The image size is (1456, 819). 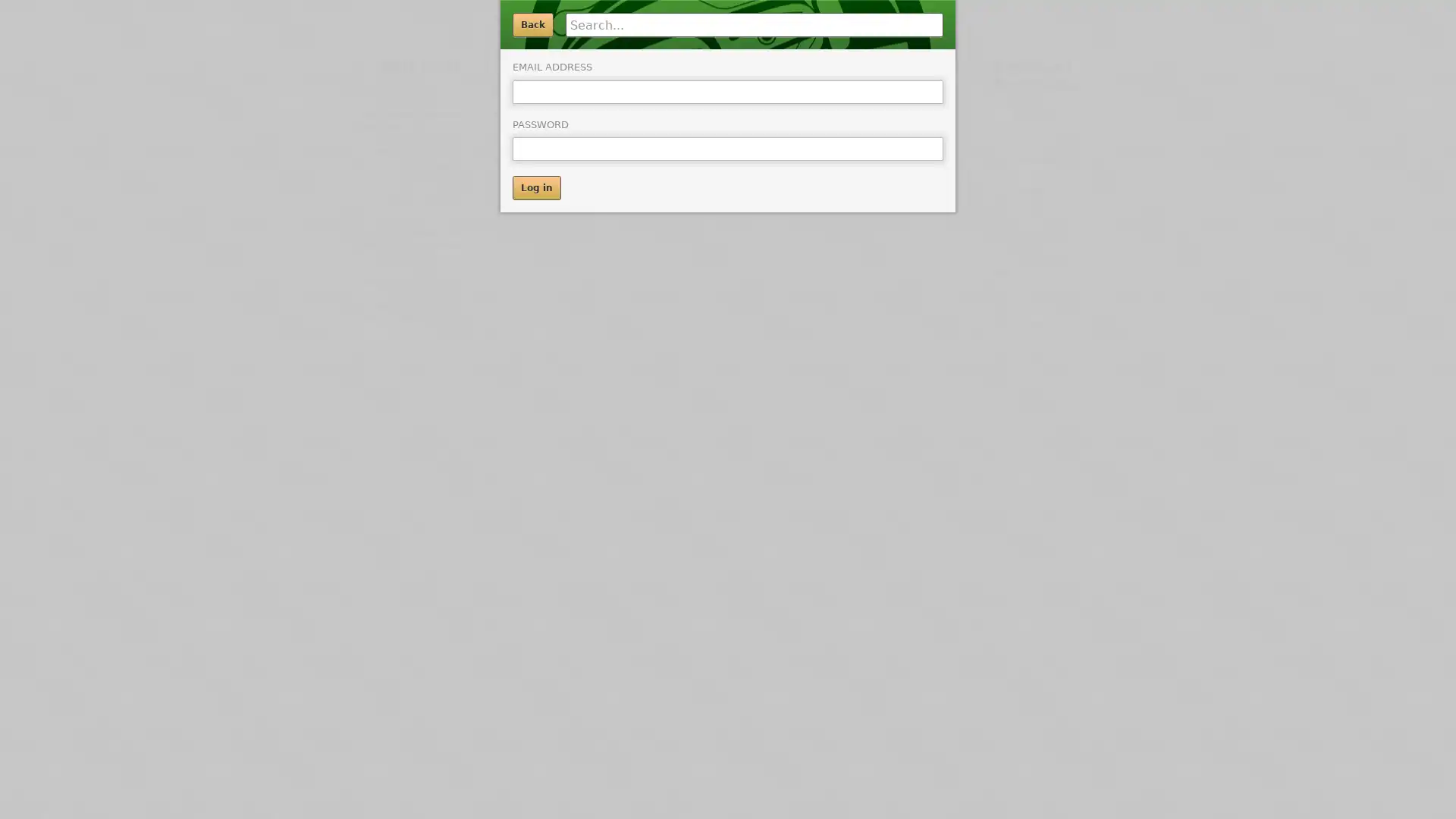 What do you see at coordinates (537, 187) in the screenshot?
I see `Log in` at bounding box center [537, 187].